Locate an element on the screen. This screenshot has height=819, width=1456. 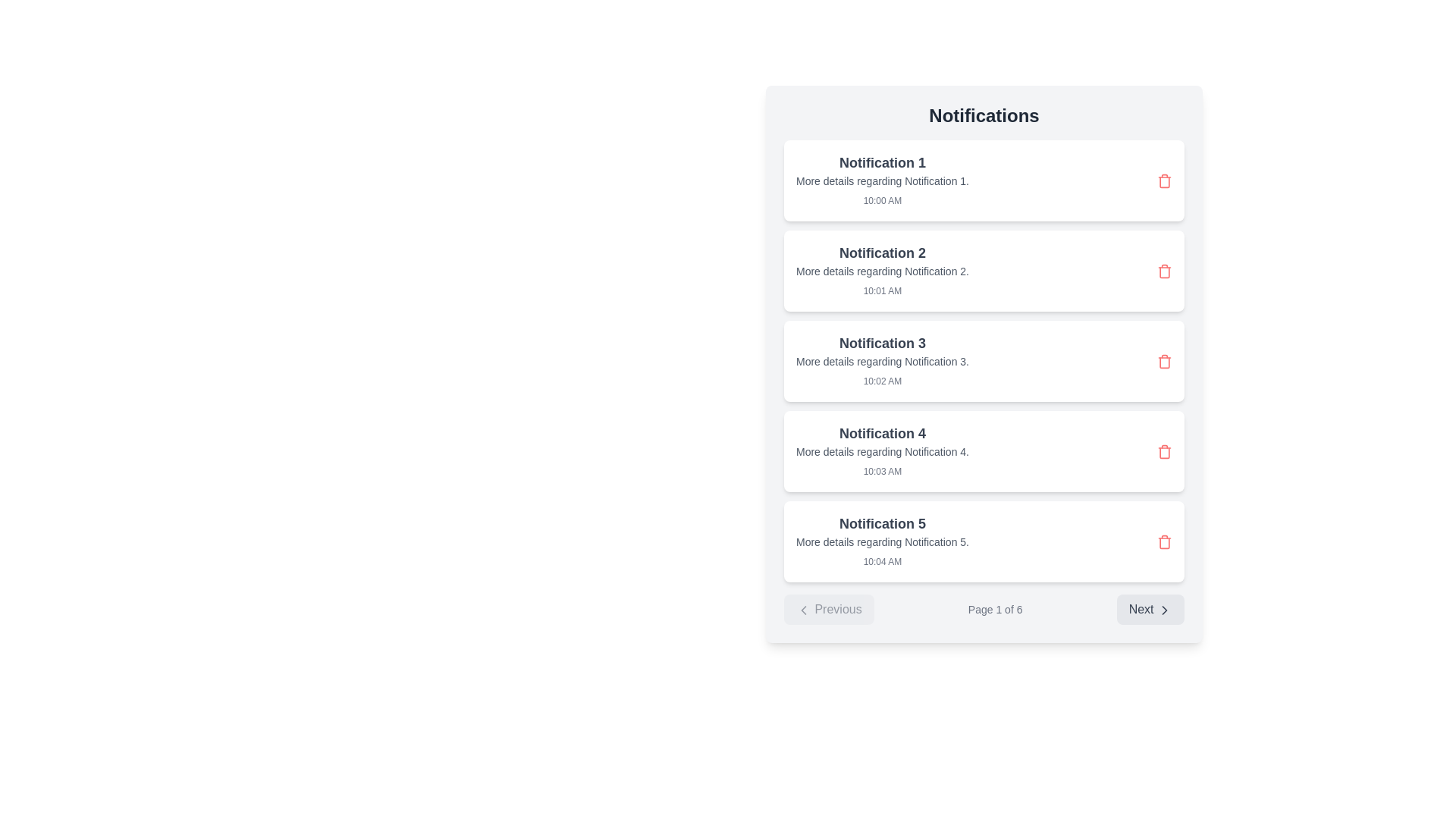
the first notification item in the notification panel is located at coordinates (883, 180).